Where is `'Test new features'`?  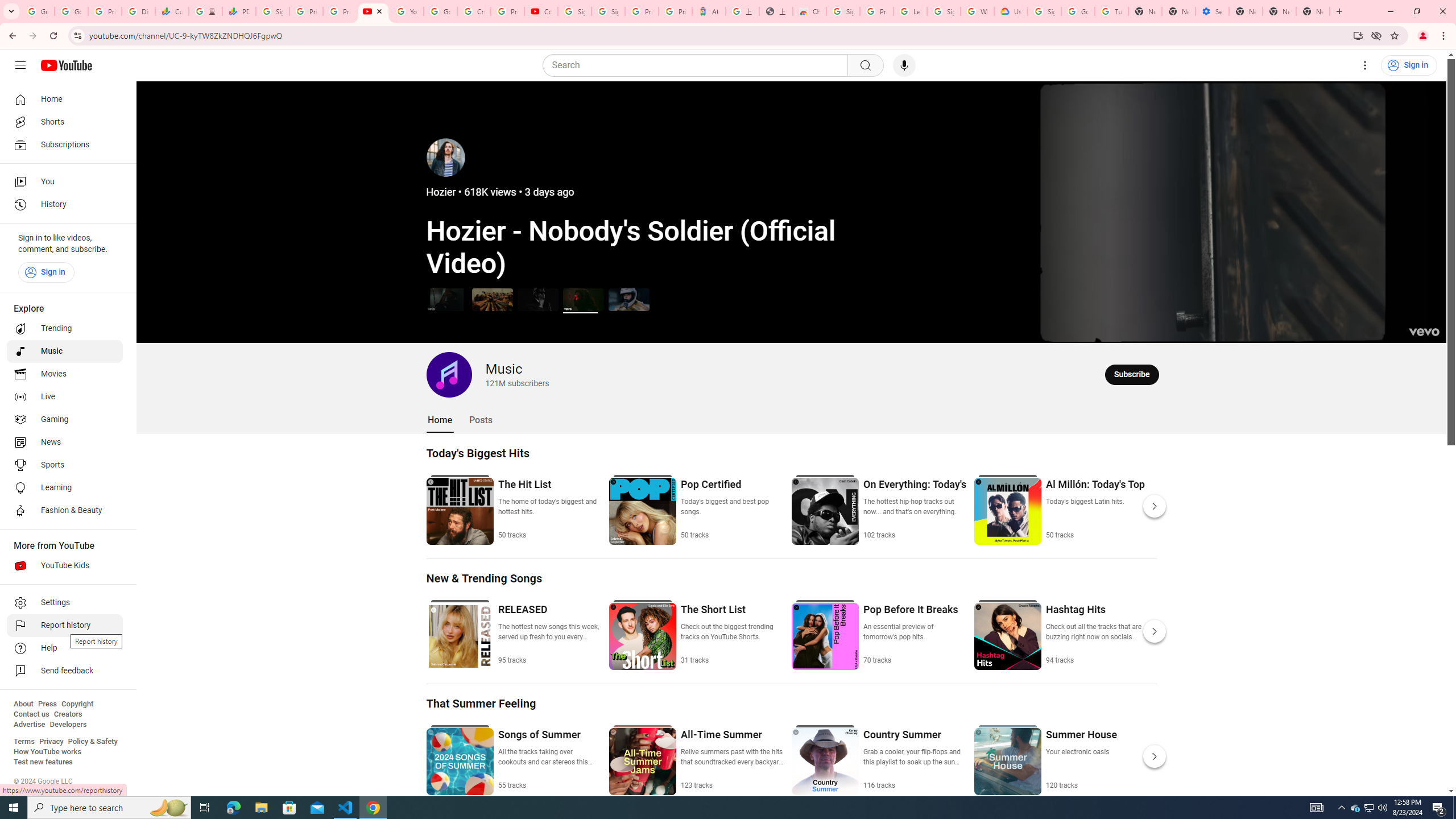 'Test new features' is located at coordinates (42, 761).